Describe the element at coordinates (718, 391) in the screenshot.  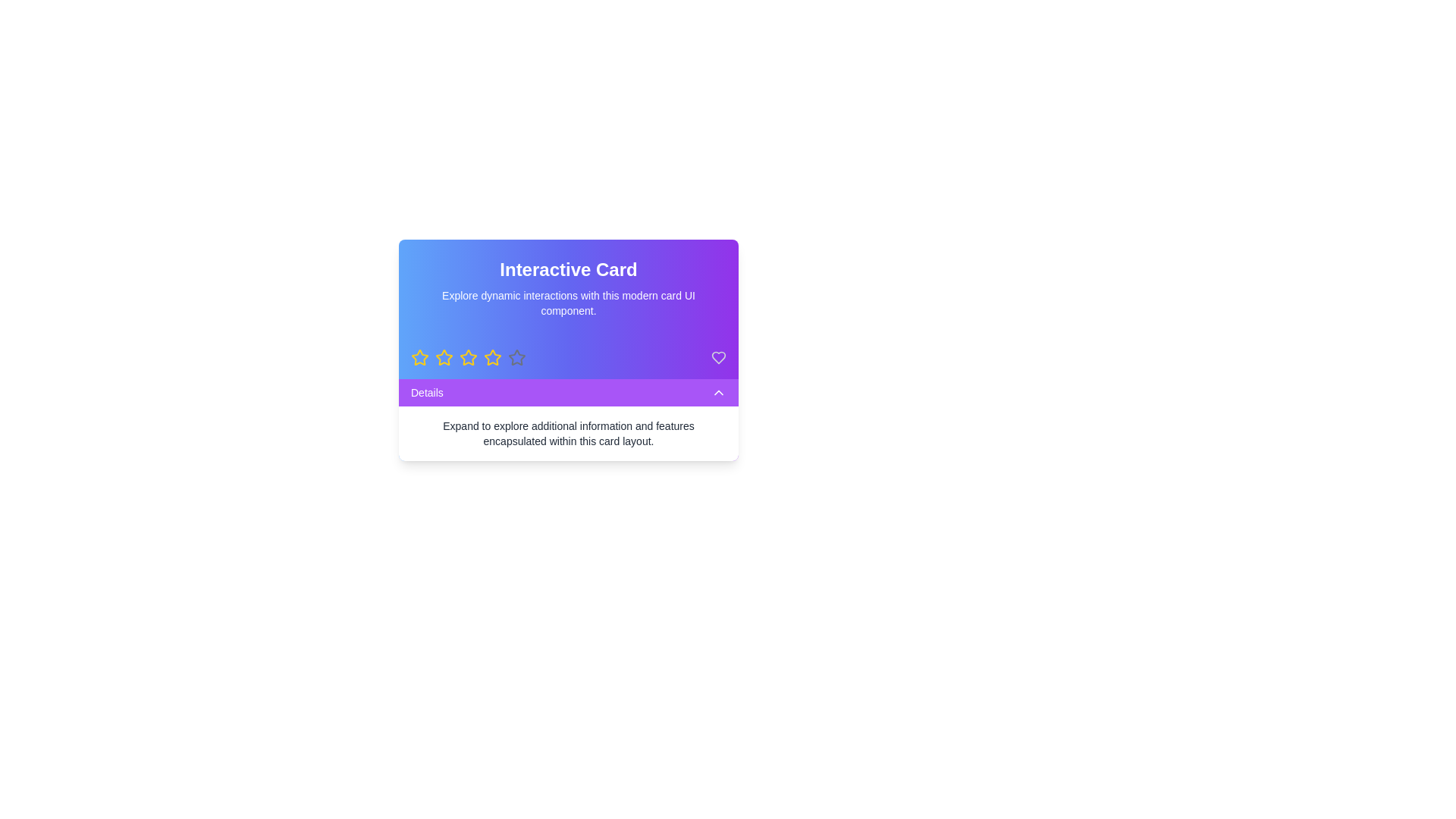
I see `the chevron icon located to the far-right inside the 'Details' purple bar` at that location.